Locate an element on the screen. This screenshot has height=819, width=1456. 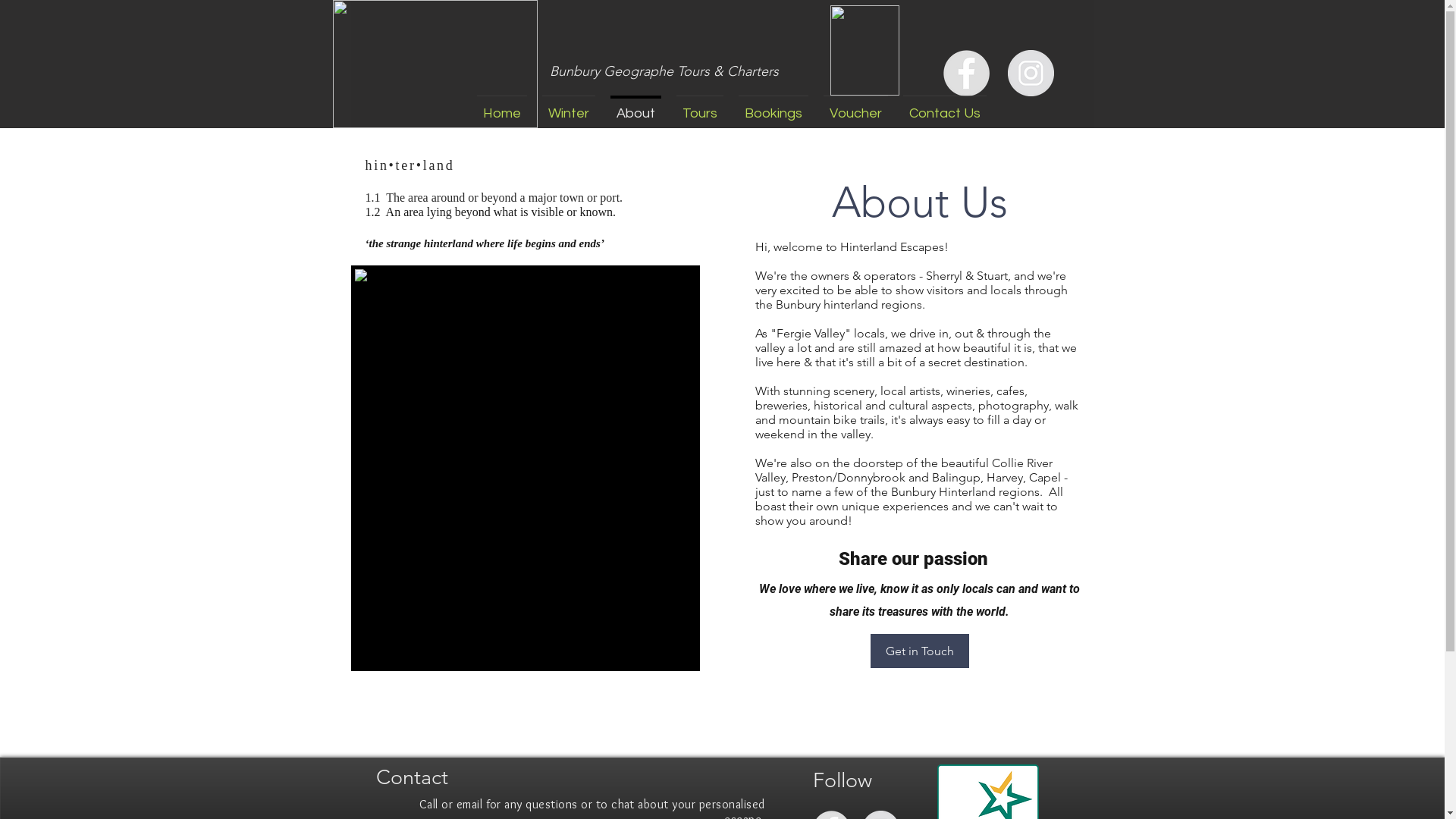
'Tours' is located at coordinates (698, 106).